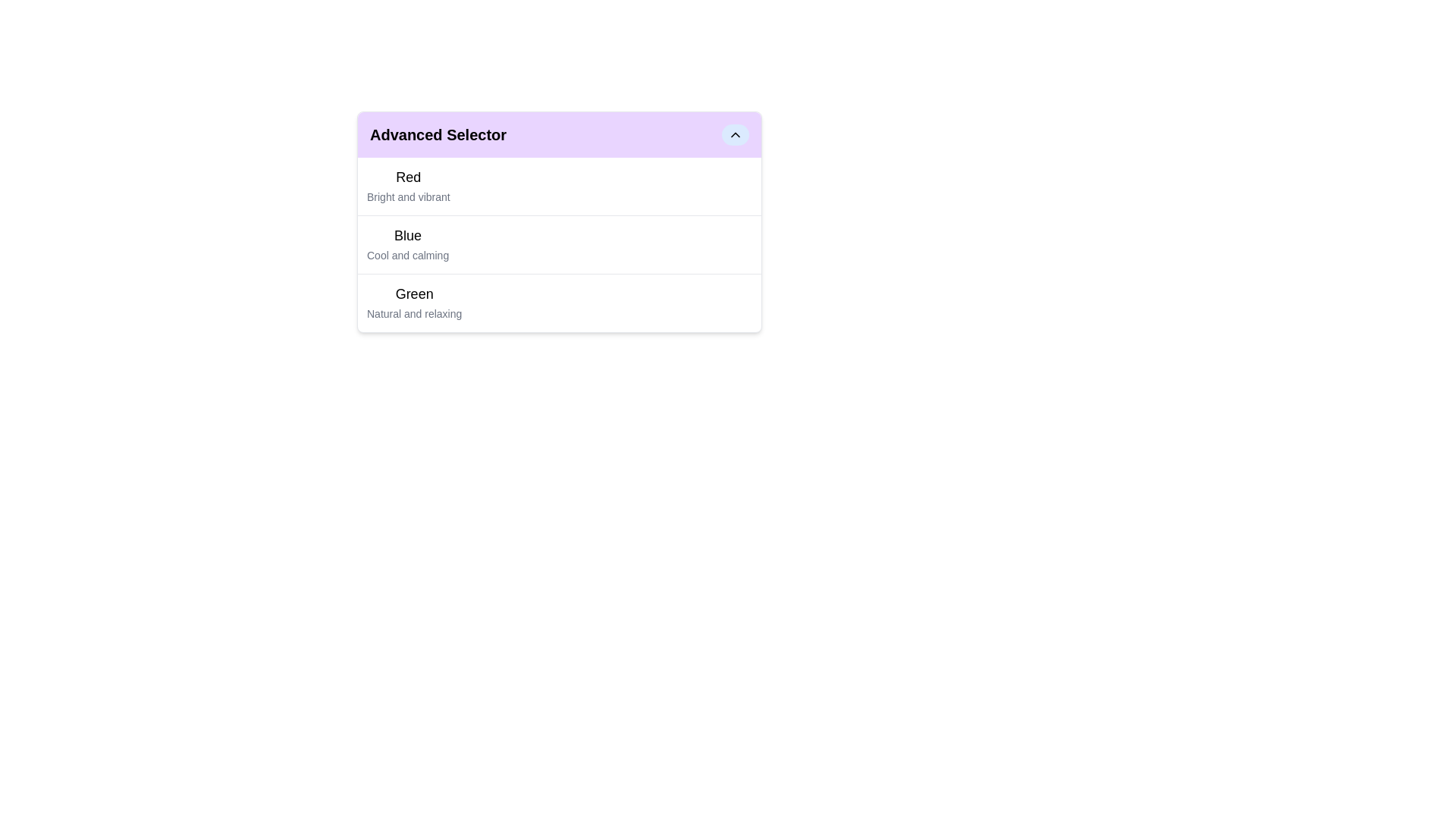 This screenshot has width=1456, height=819. What do you see at coordinates (408, 196) in the screenshot?
I see `the Text label that provides descriptive detail for the 'Red' option in the list, located directly below the title of the 'Red' entry` at bounding box center [408, 196].